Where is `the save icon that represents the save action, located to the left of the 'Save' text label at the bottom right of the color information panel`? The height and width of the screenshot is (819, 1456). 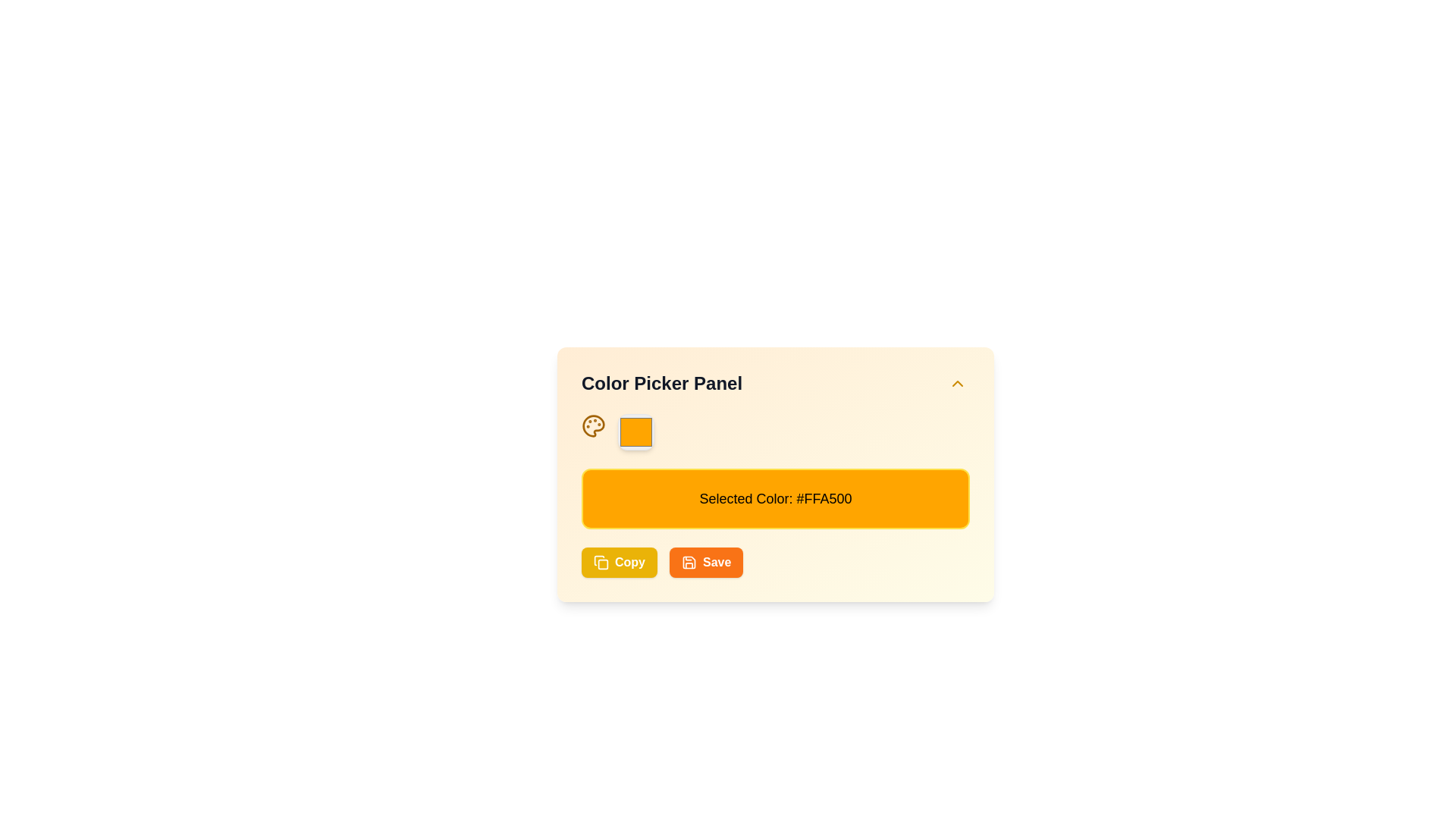
the save icon that represents the save action, located to the left of the 'Save' text label at the bottom right of the color information panel is located at coordinates (688, 562).